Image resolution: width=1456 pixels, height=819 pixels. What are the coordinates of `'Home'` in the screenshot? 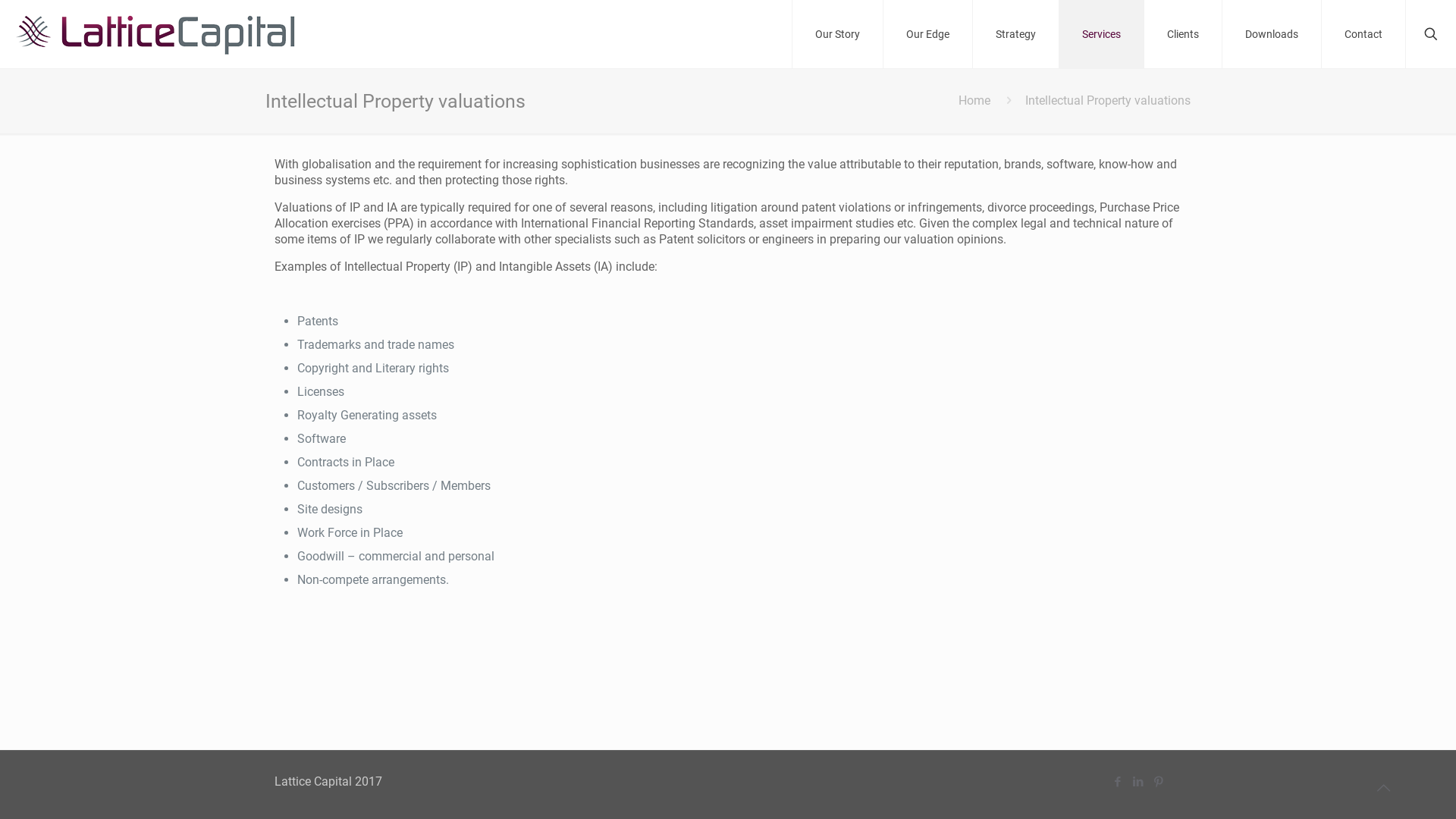 It's located at (974, 100).